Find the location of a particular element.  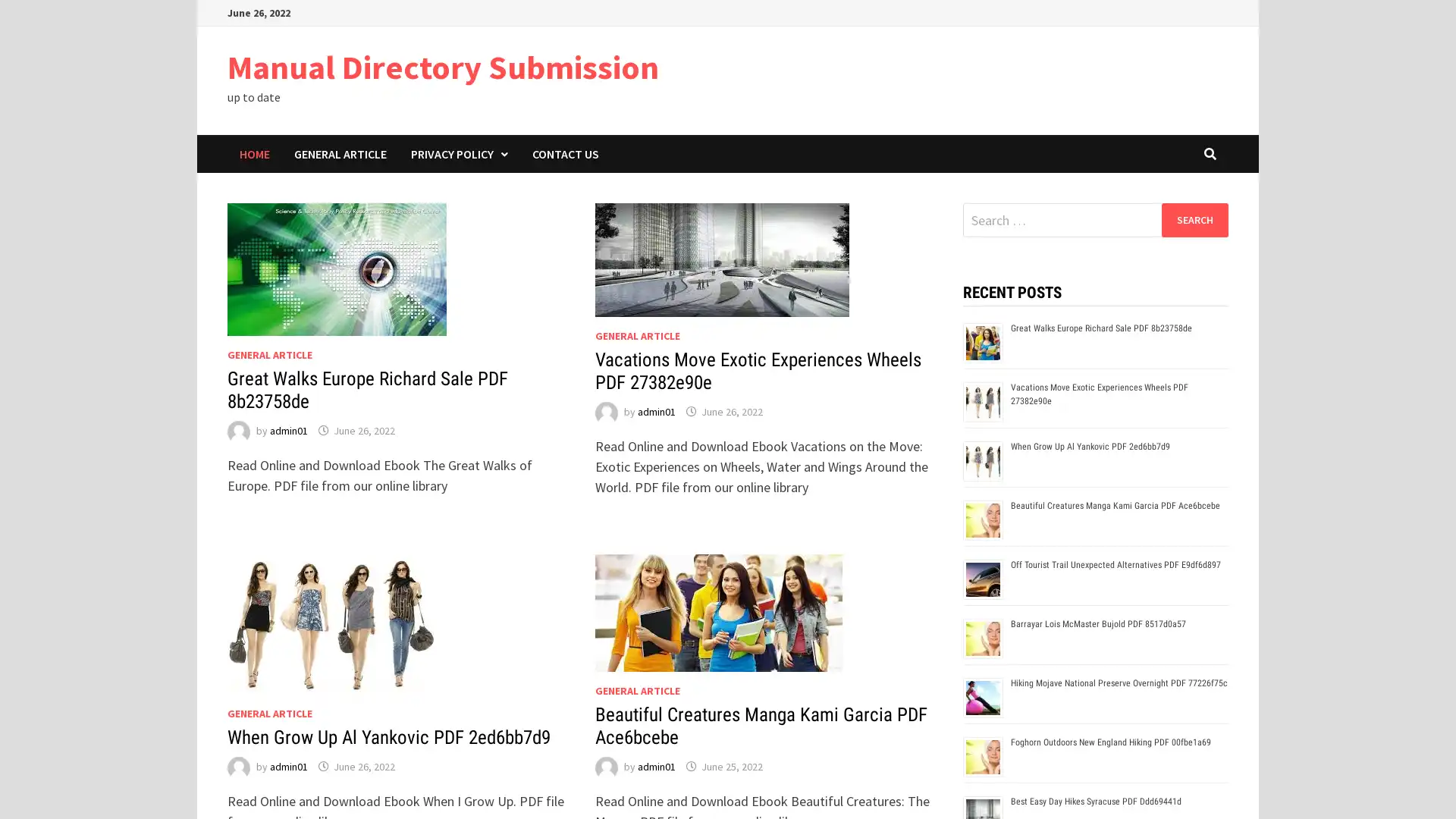

Search is located at coordinates (1194, 219).